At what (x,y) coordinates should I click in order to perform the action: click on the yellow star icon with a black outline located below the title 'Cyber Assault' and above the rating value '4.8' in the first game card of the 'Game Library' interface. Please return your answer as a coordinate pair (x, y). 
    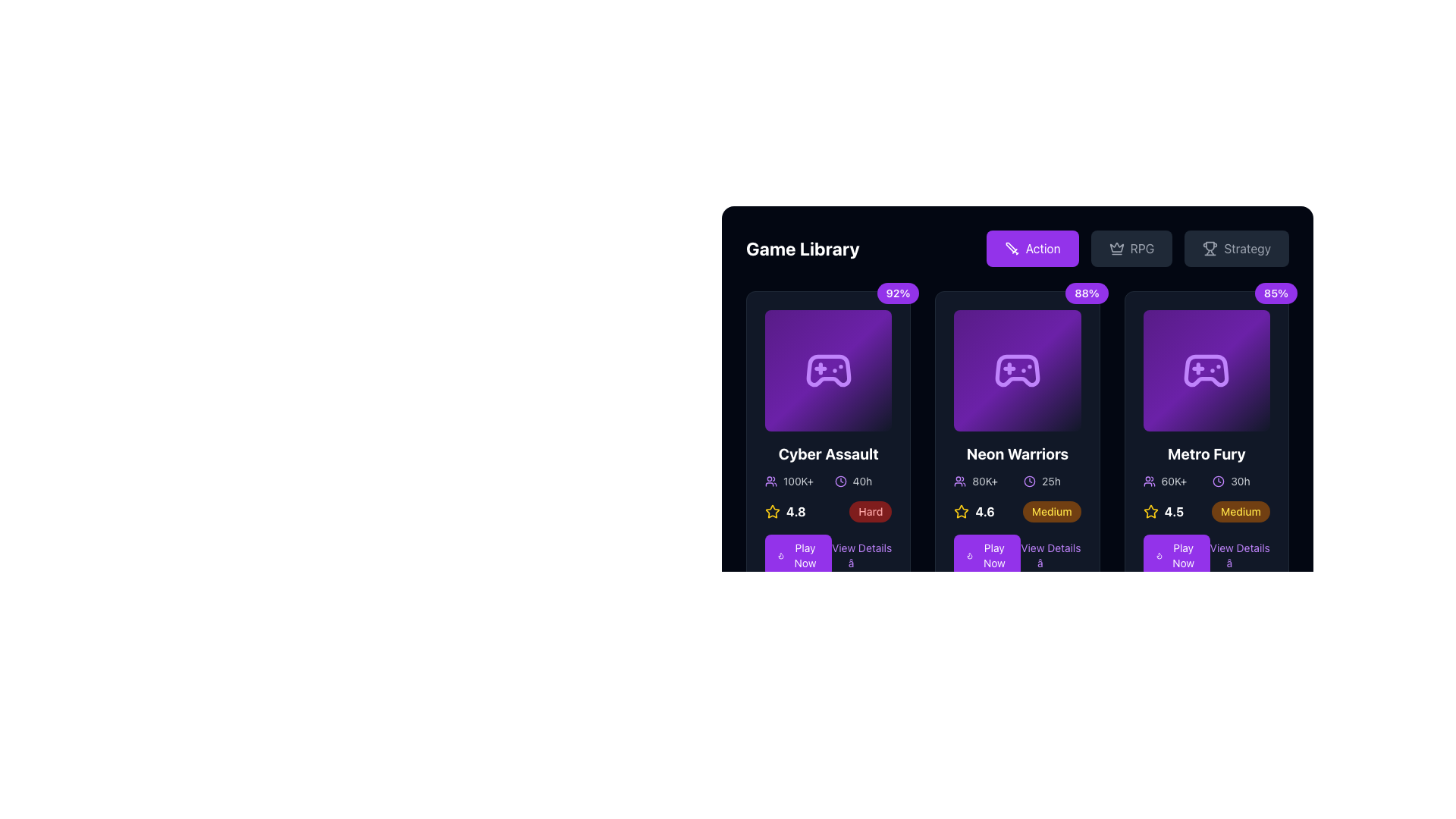
    Looking at the image, I should click on (772, 511).